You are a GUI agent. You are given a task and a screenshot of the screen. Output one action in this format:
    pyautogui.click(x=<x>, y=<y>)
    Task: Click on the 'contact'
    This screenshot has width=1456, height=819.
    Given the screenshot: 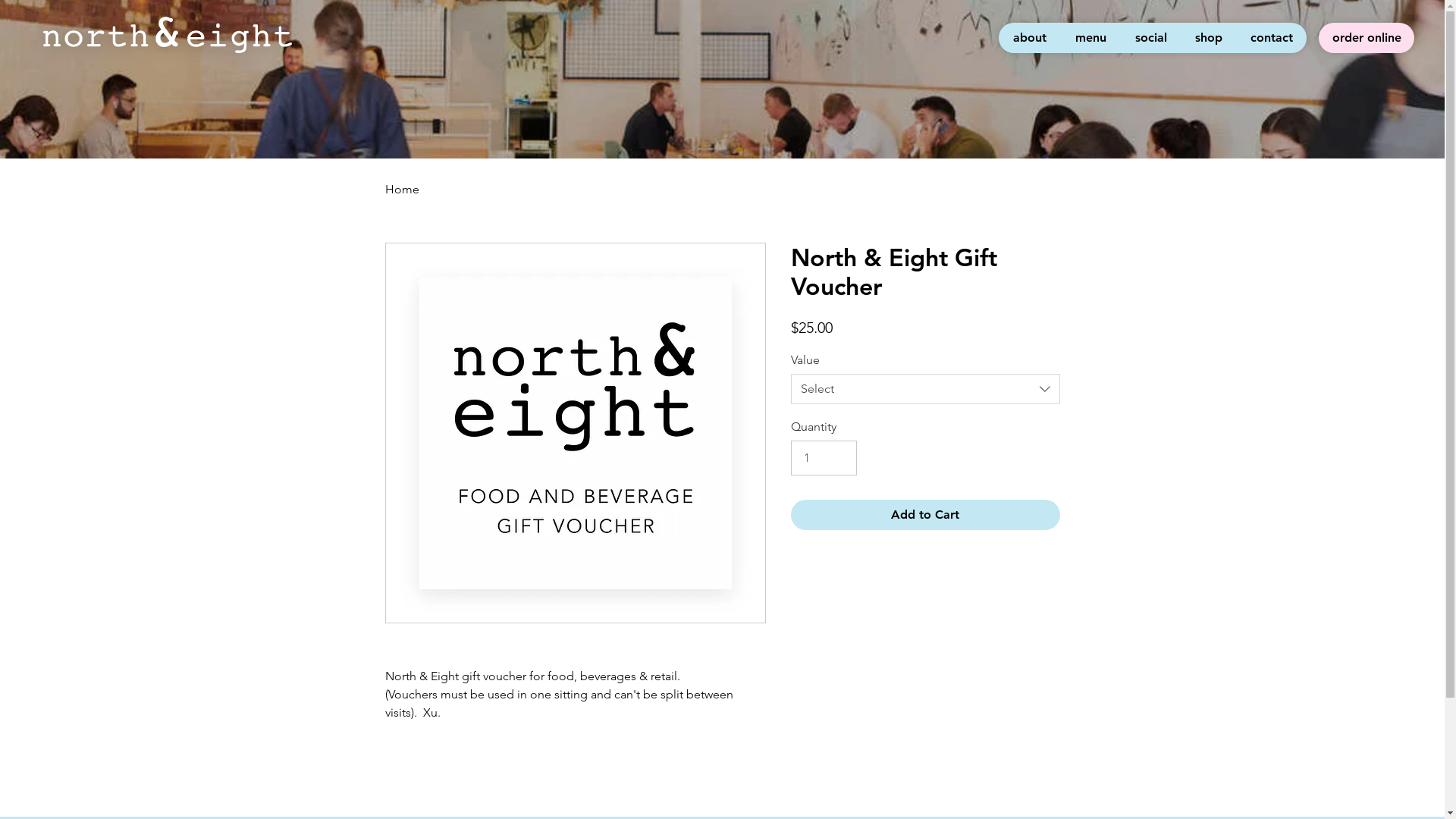 What is the action you would take?
    pyautogui.click(x=1236, y=37)
    